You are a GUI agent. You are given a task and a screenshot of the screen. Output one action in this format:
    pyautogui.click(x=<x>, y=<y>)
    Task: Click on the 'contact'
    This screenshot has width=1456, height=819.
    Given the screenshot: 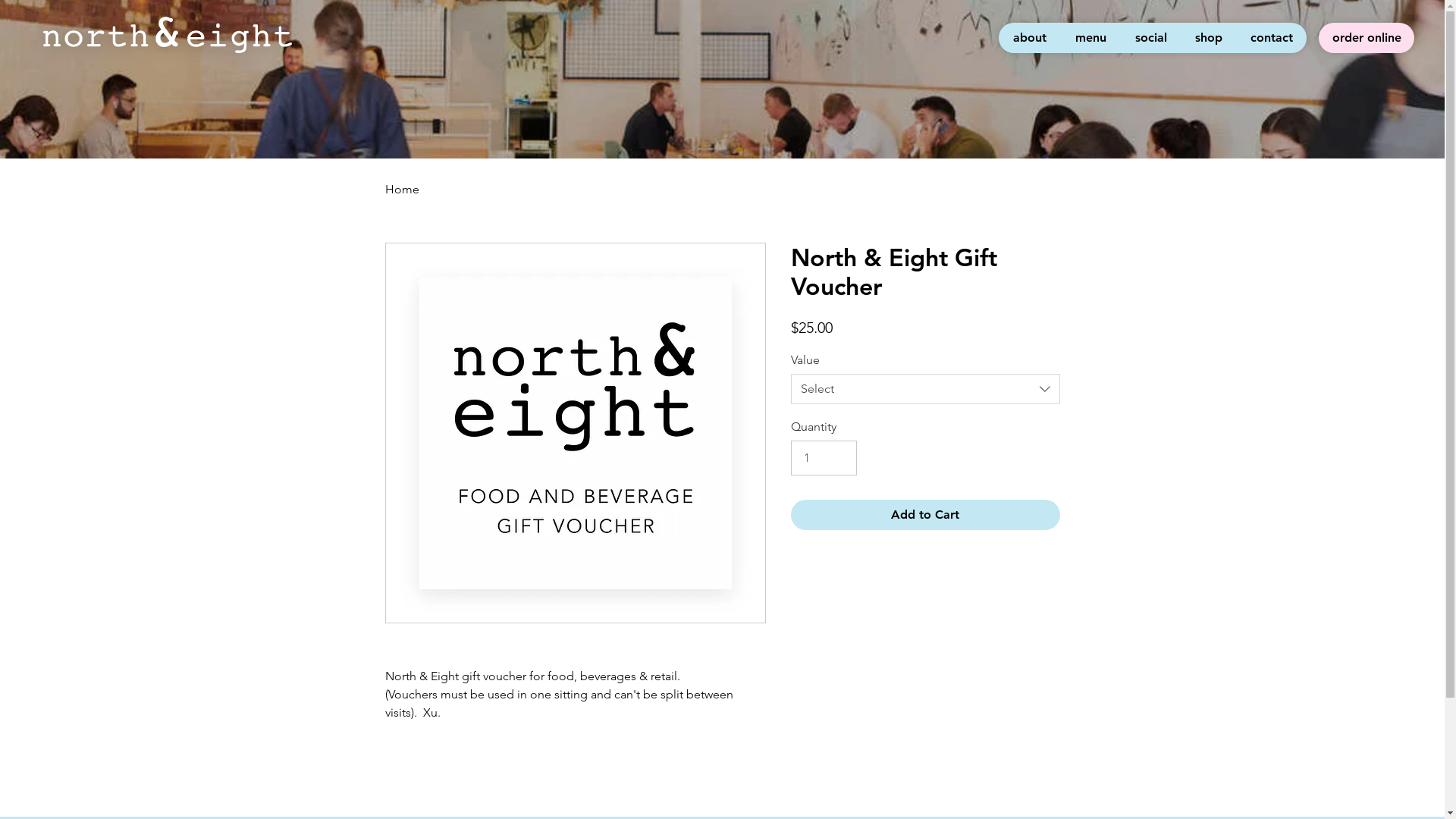 What is the action you would take?
    pyautogui.click(x=1236, y=37)
    